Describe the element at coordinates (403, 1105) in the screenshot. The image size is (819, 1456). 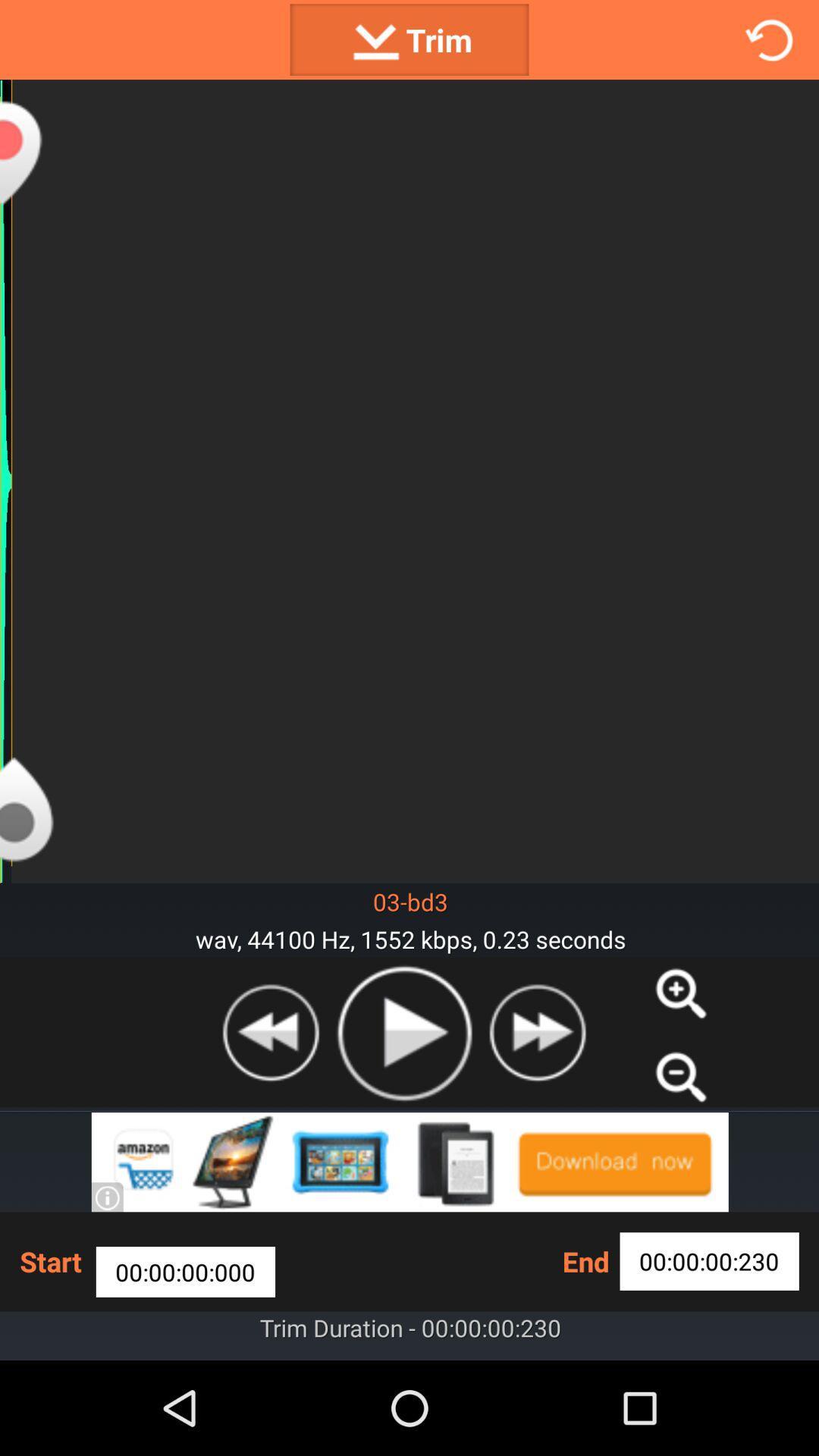
I see `the play icon` at that location.